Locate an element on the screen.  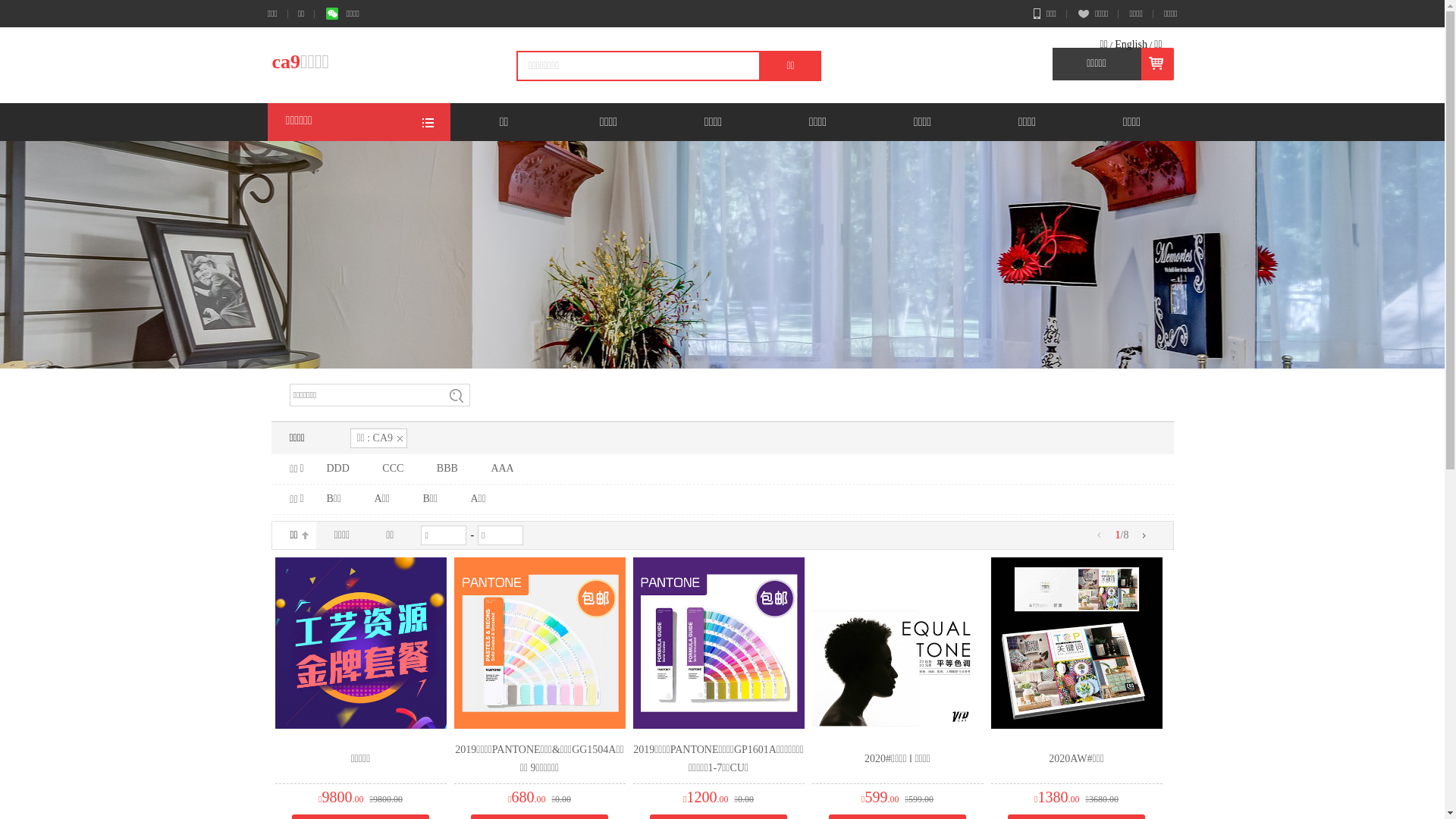
'English' is located at coordinates (1131, 43).